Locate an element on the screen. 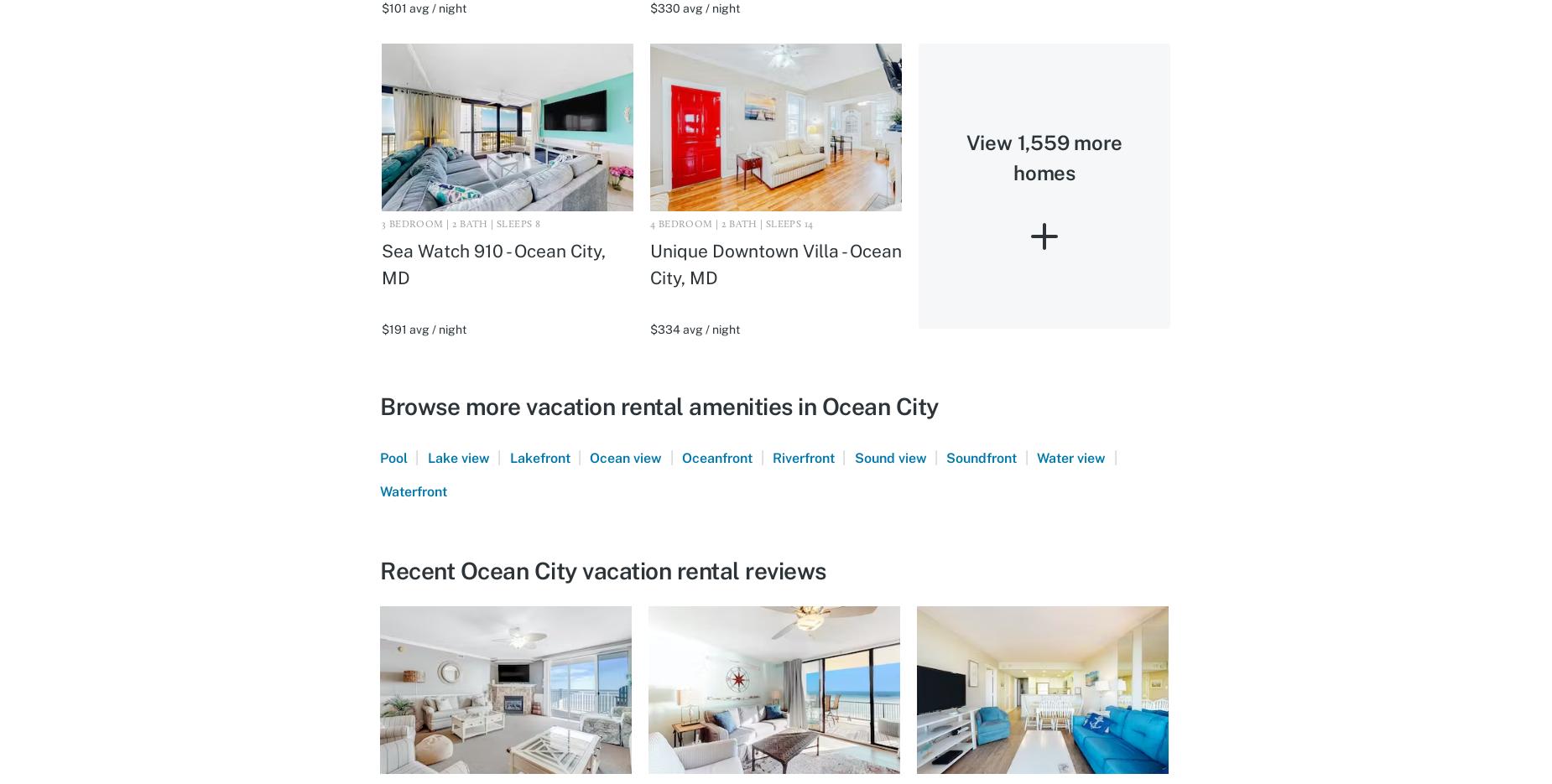  'Soundfront' is located at coordinates (945, 456).